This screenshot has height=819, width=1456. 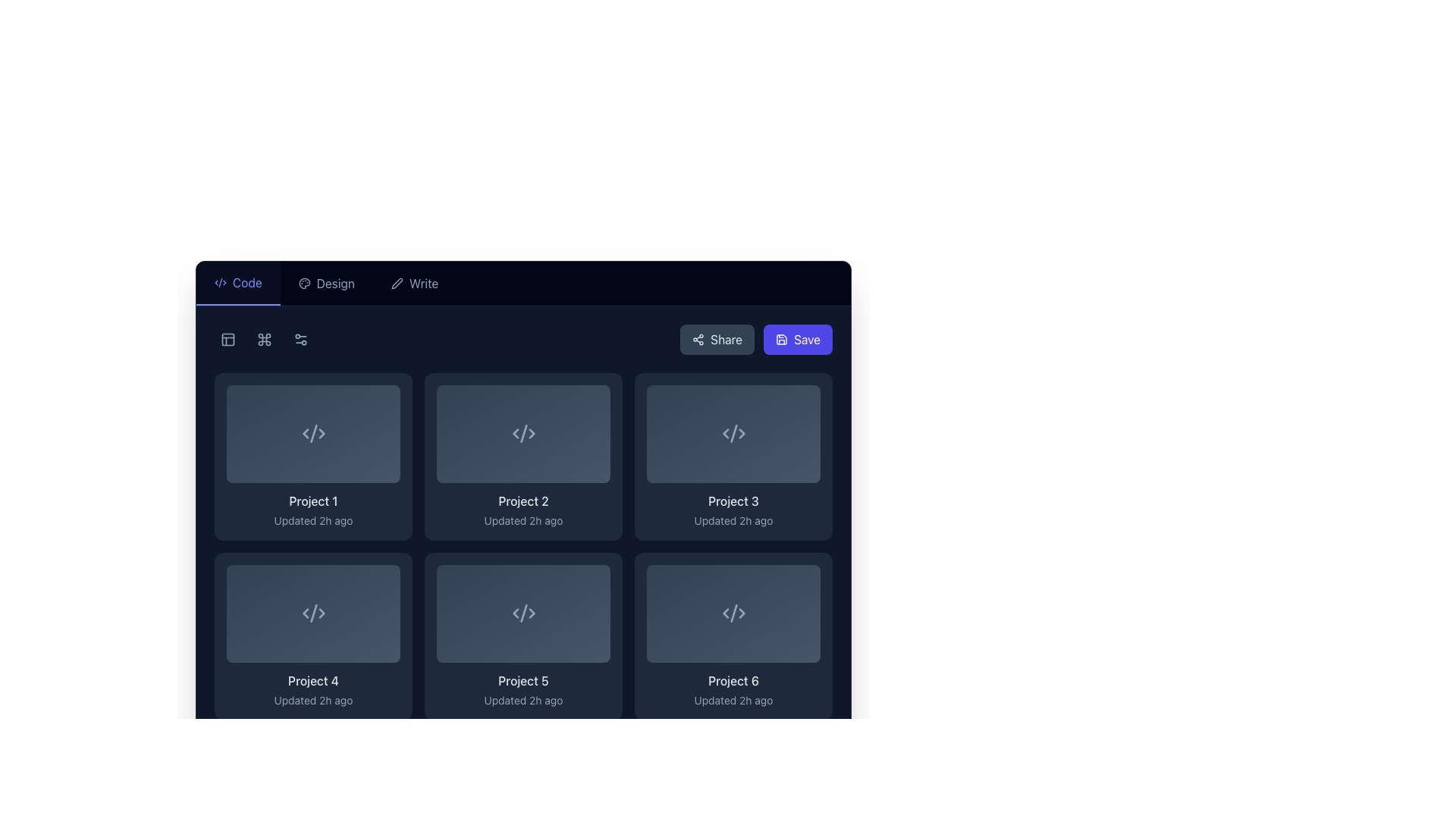 What do you see at coordinates (756, 338) in the screenshot?
I see `the 'Share' button located in the top right of the interface, which has a dark background and light text` at bounding box center [756, 338].